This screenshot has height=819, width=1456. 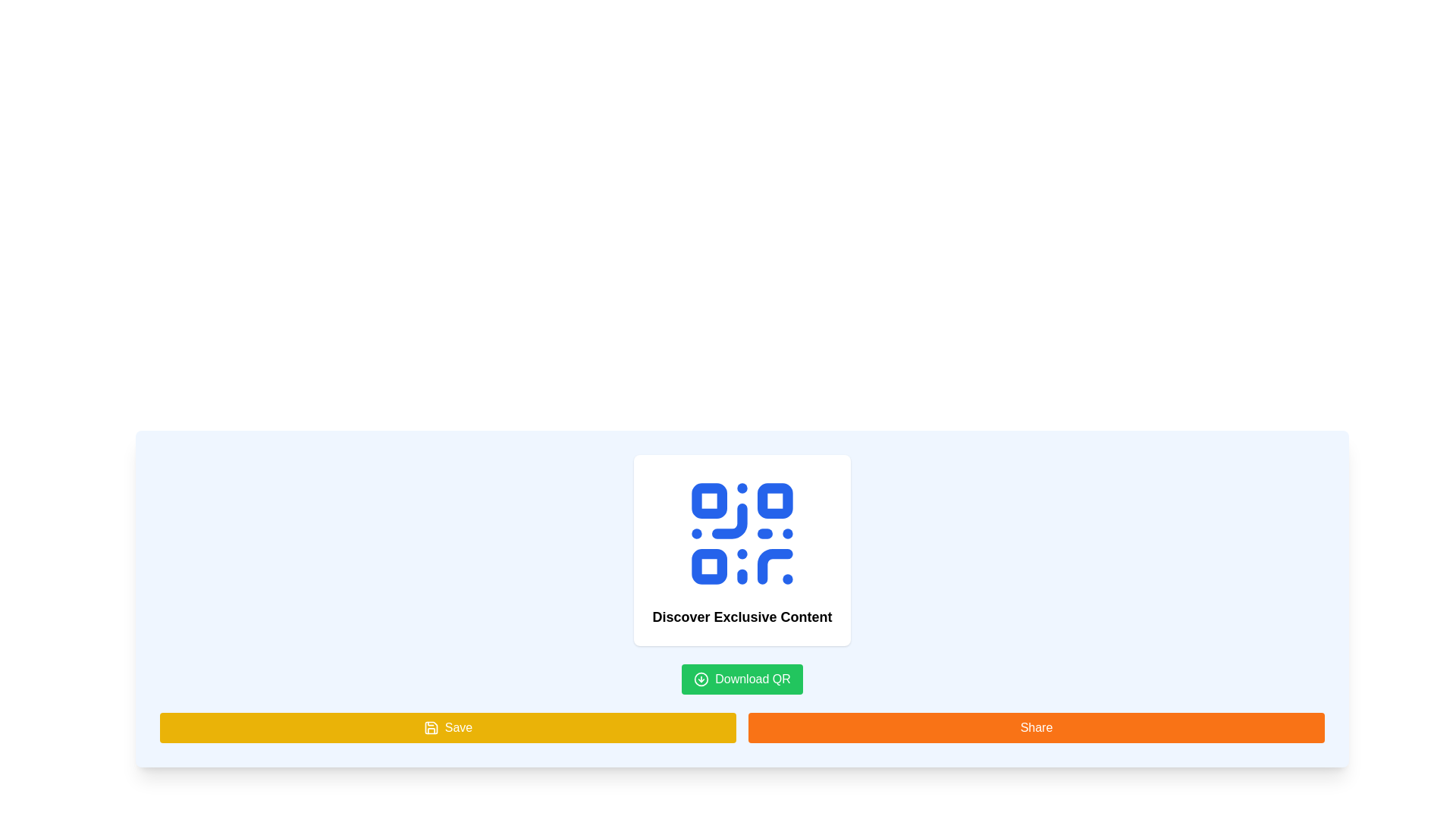 What do you see at coordinates (1036, 727) in the screenshot?
I see `the share button located at the bottom of the interface, which is the second button from the left in a two-column grid layout` at bounding box center [1036, 727].